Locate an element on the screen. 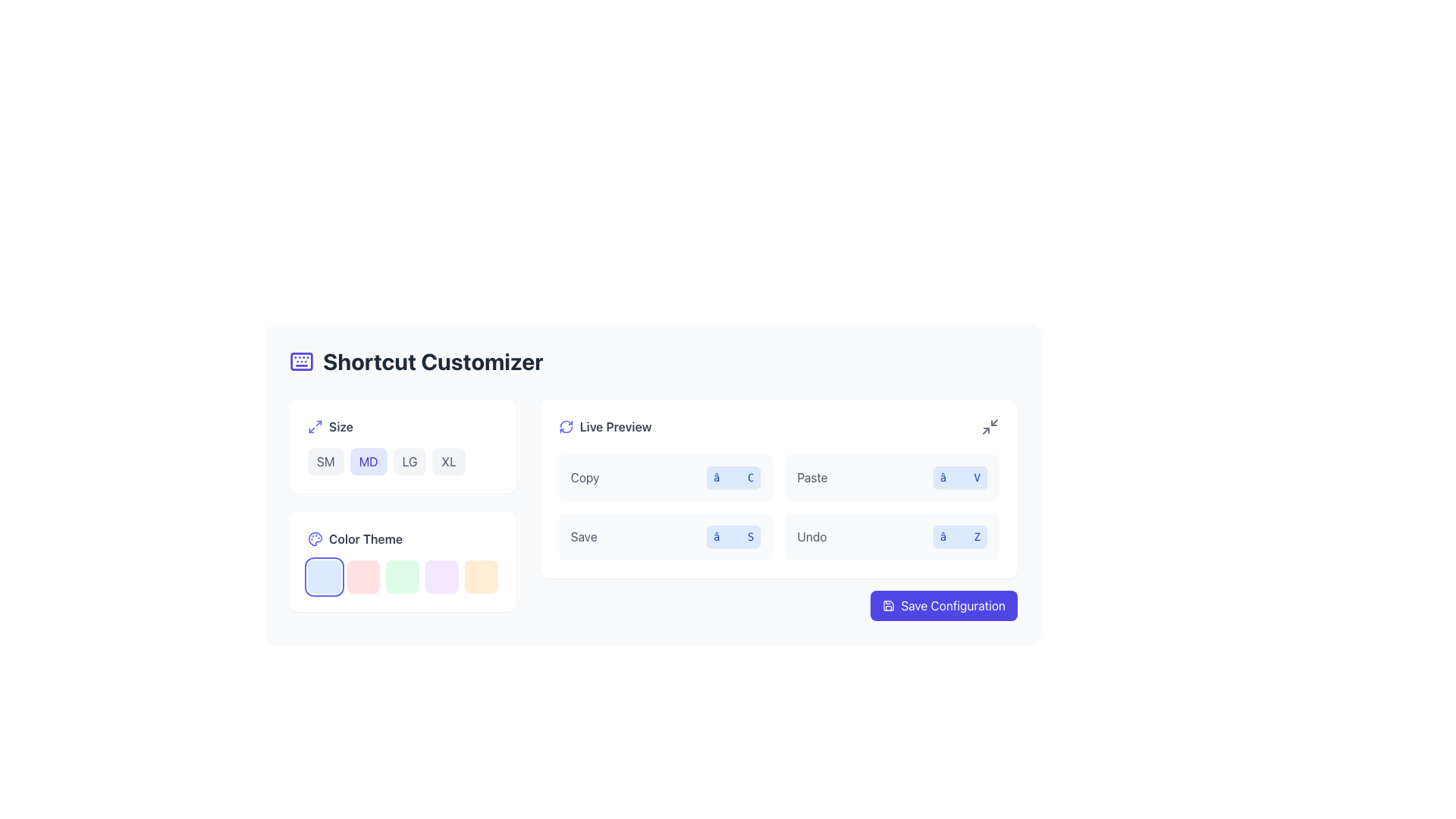 The image size is (1456, 819). the 'MD' size button, which is the second button in the size selection group under the 'Size' header in the Shortcut Customizer interface is located at coordinates (369, 461).